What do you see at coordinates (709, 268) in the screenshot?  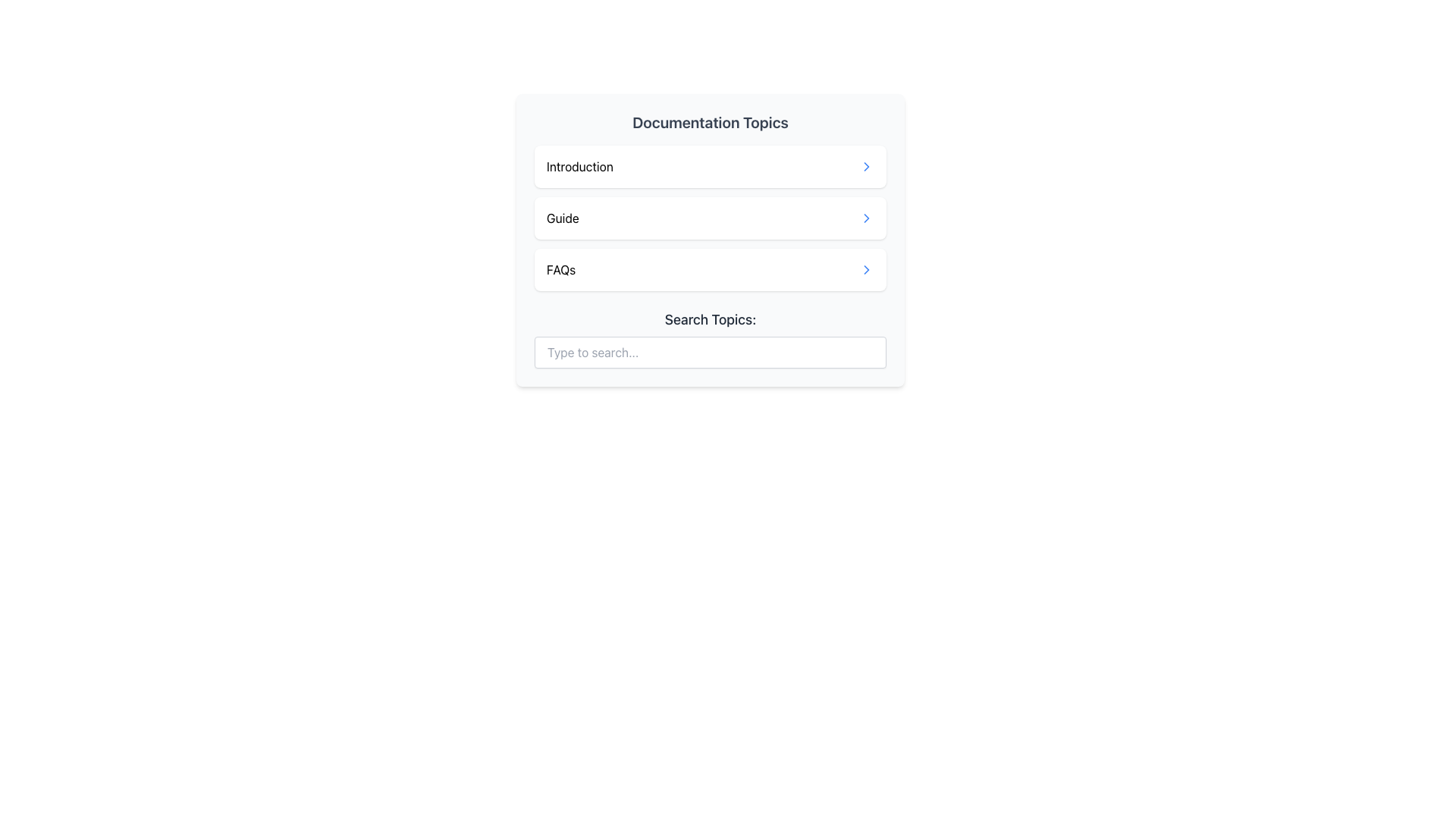 I see `the 'FAQs' button, which is the last item in the list of 'Documentation Topics', to observe the hover effects` at bounding box center [709, 268].